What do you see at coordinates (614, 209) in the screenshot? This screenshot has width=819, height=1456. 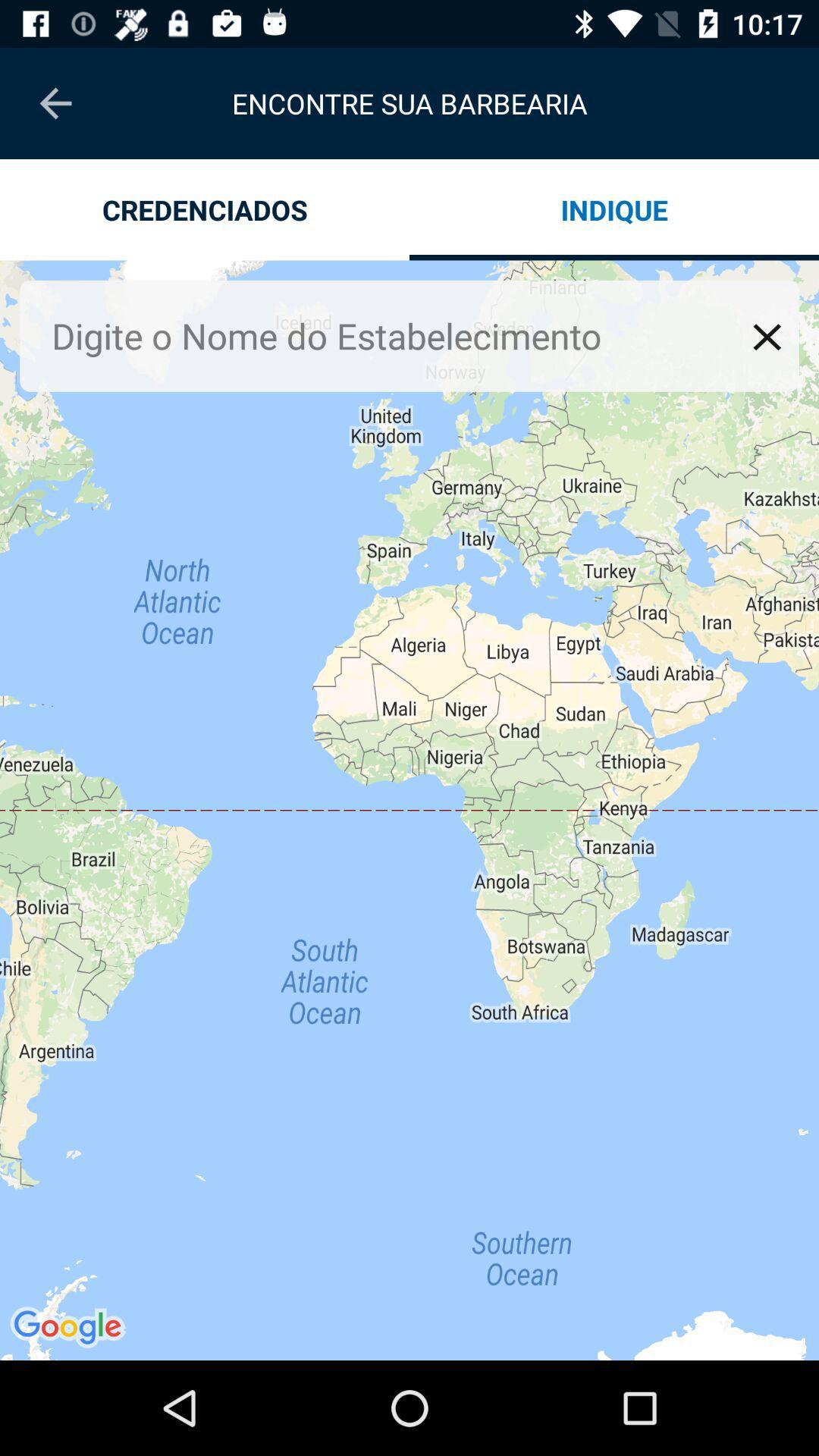 I see `indique icon` at bounding box center [614, 209].